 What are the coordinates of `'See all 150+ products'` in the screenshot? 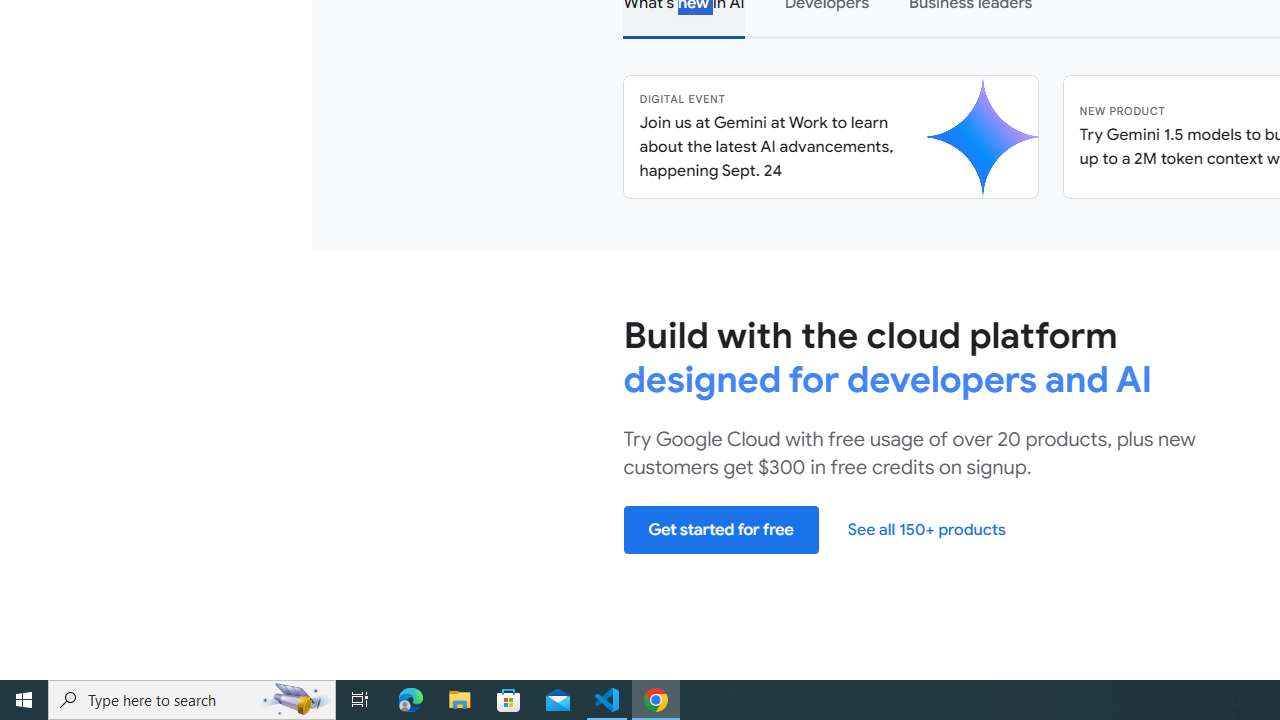 It's located at (925, 528).